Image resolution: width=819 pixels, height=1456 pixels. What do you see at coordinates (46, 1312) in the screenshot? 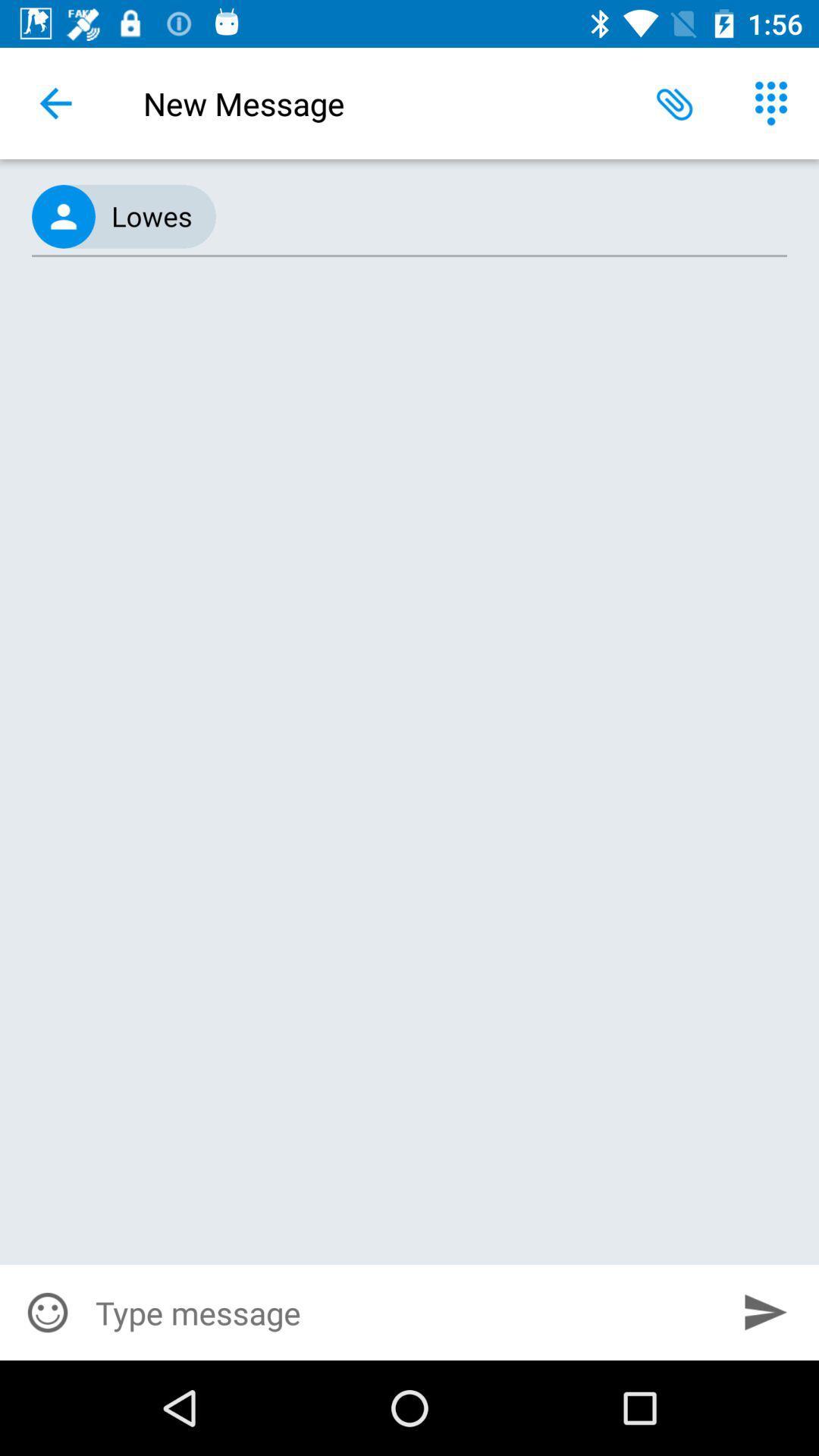
I see `the emoji icon` at bounding box center [46, 1312].